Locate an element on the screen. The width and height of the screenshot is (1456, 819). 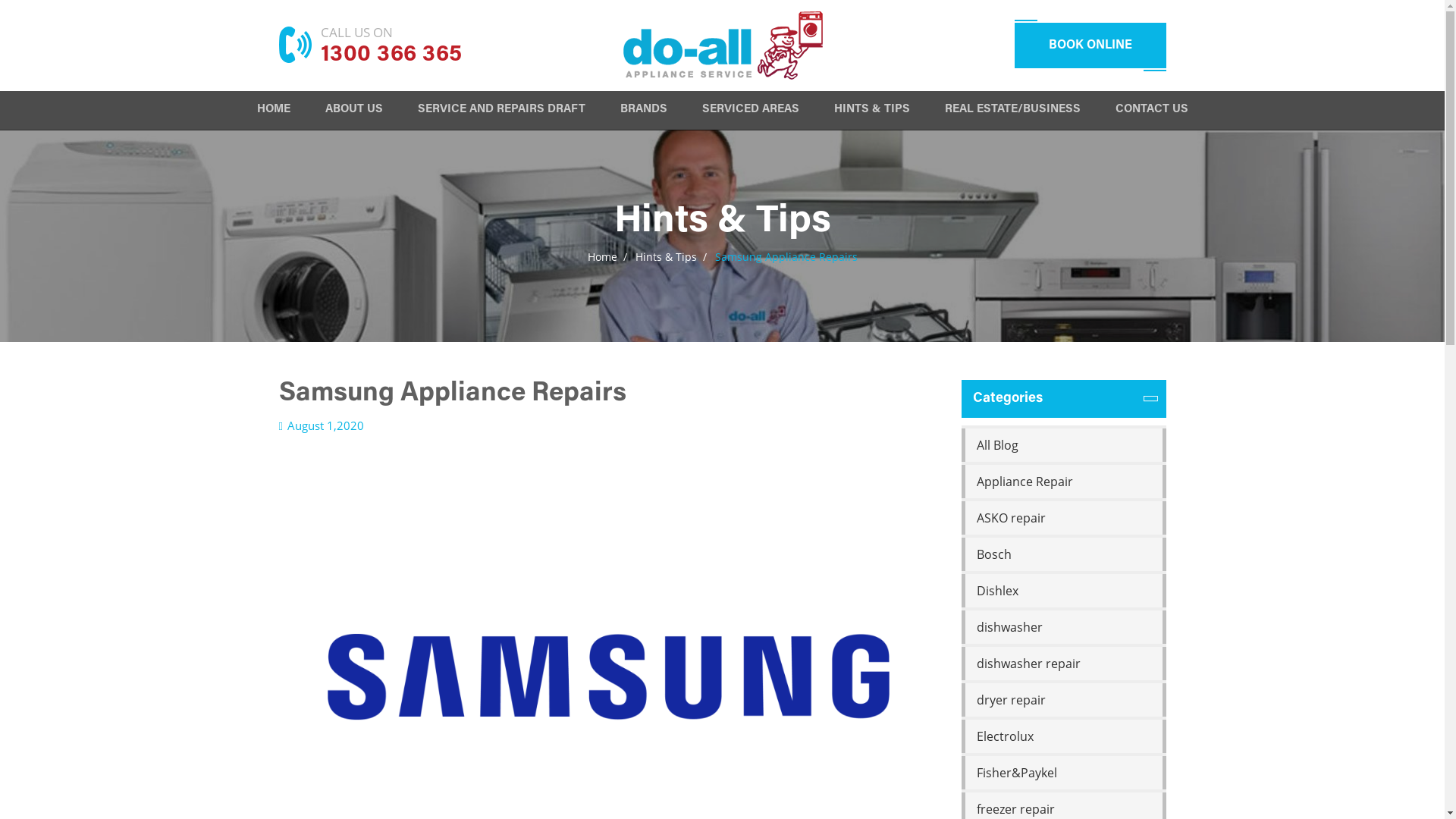
'SERVICE AND REPAIRS DRAFT' is located at coordinates (500, 111).